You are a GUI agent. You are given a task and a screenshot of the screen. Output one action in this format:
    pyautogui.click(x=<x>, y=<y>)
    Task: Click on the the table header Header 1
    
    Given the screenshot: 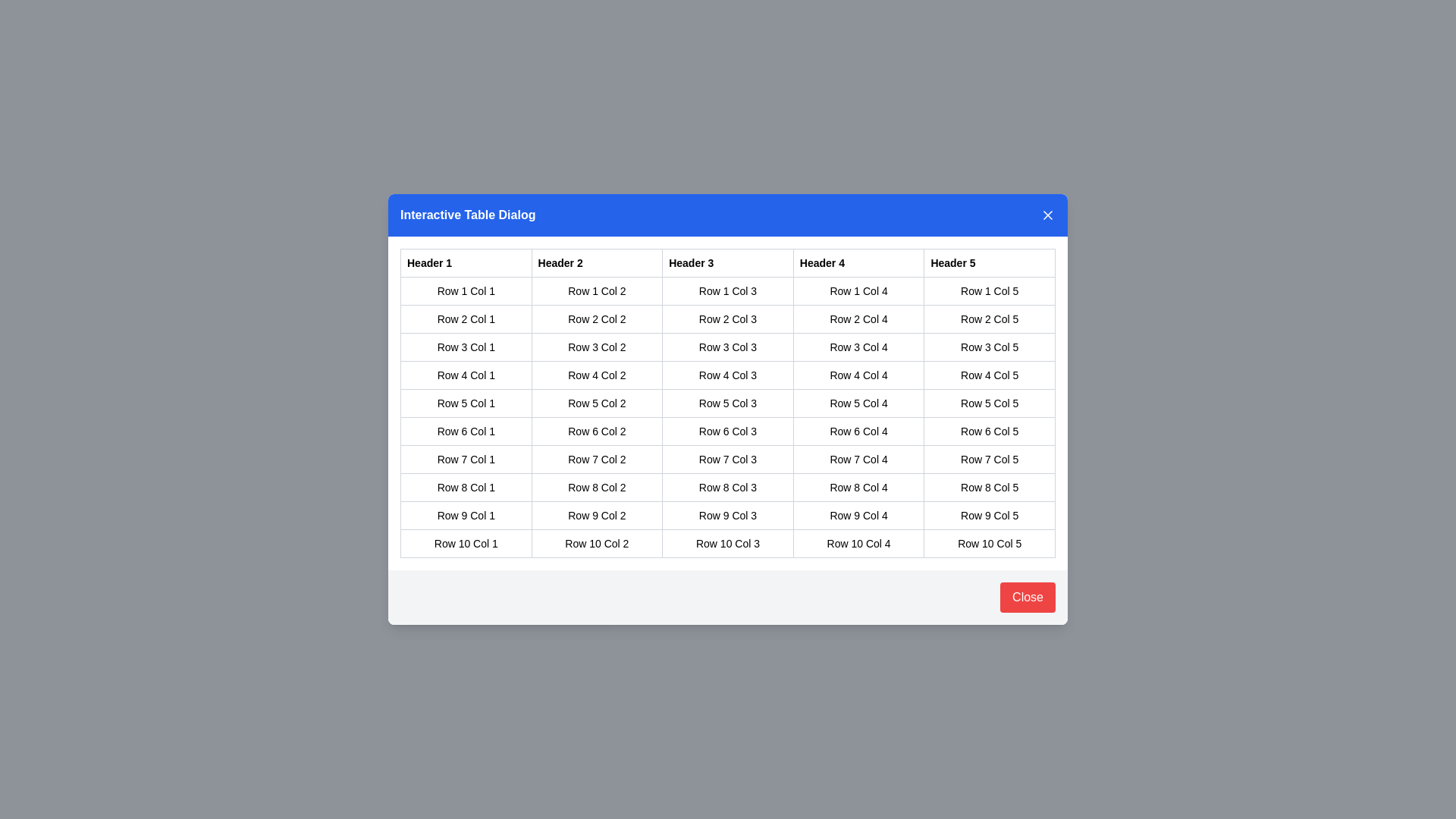 What is the action you would take?
    pyautogui.click(x=465, y=262)
    